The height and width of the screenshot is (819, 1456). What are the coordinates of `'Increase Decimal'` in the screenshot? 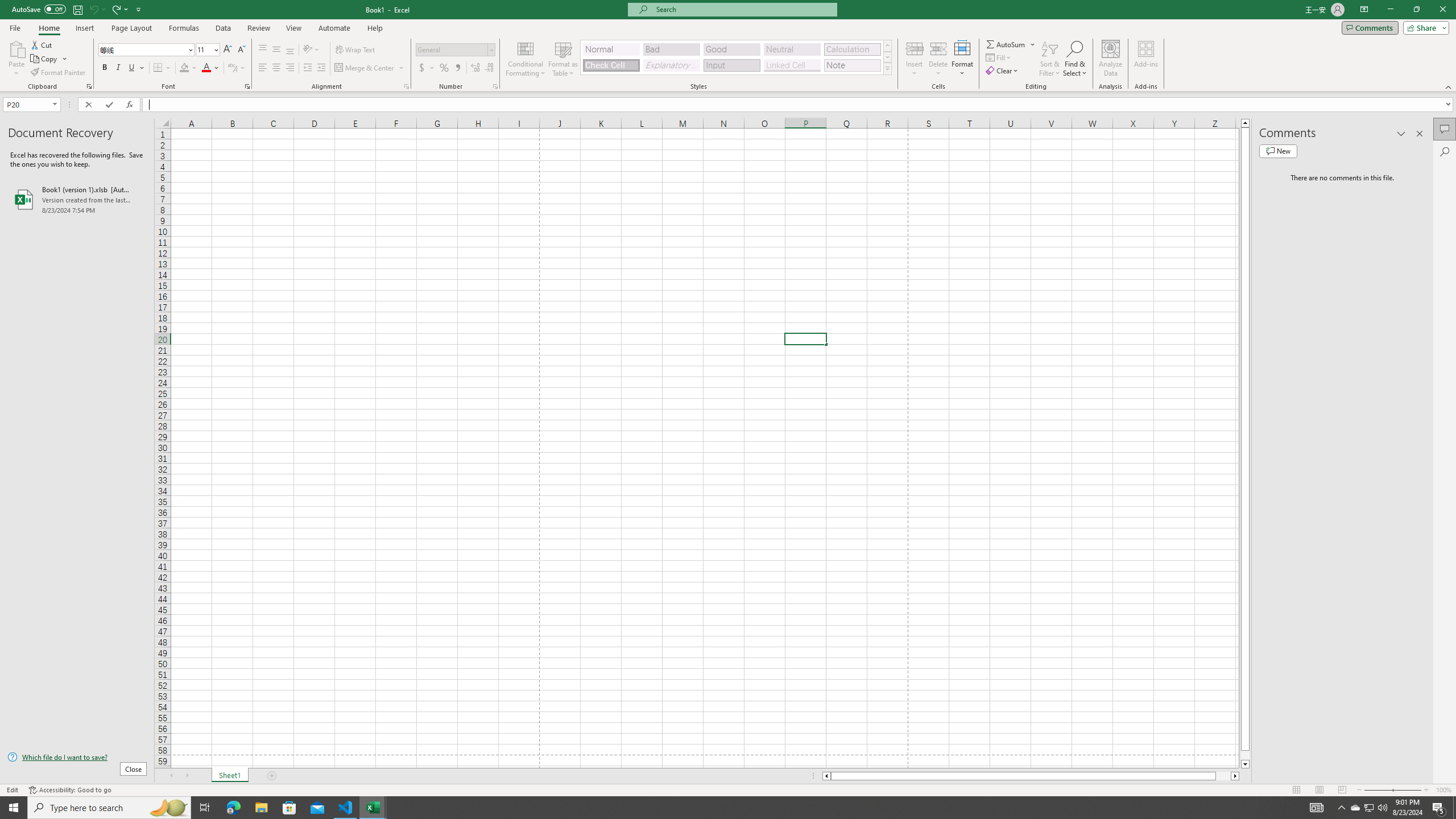 It's located at (475, 67).